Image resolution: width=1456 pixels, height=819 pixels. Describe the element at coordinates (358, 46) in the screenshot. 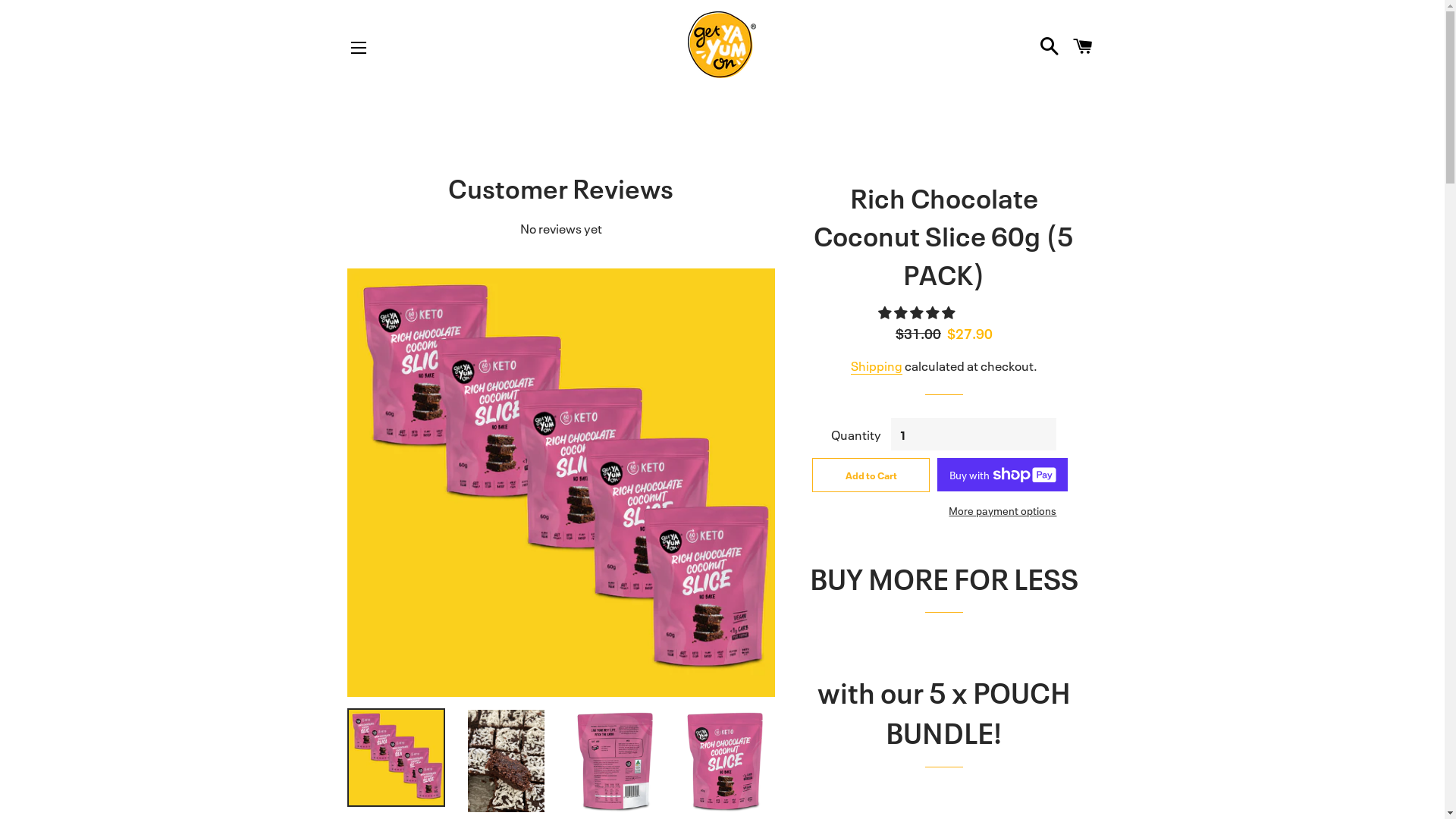

I see `'Site navigation'` at that location.